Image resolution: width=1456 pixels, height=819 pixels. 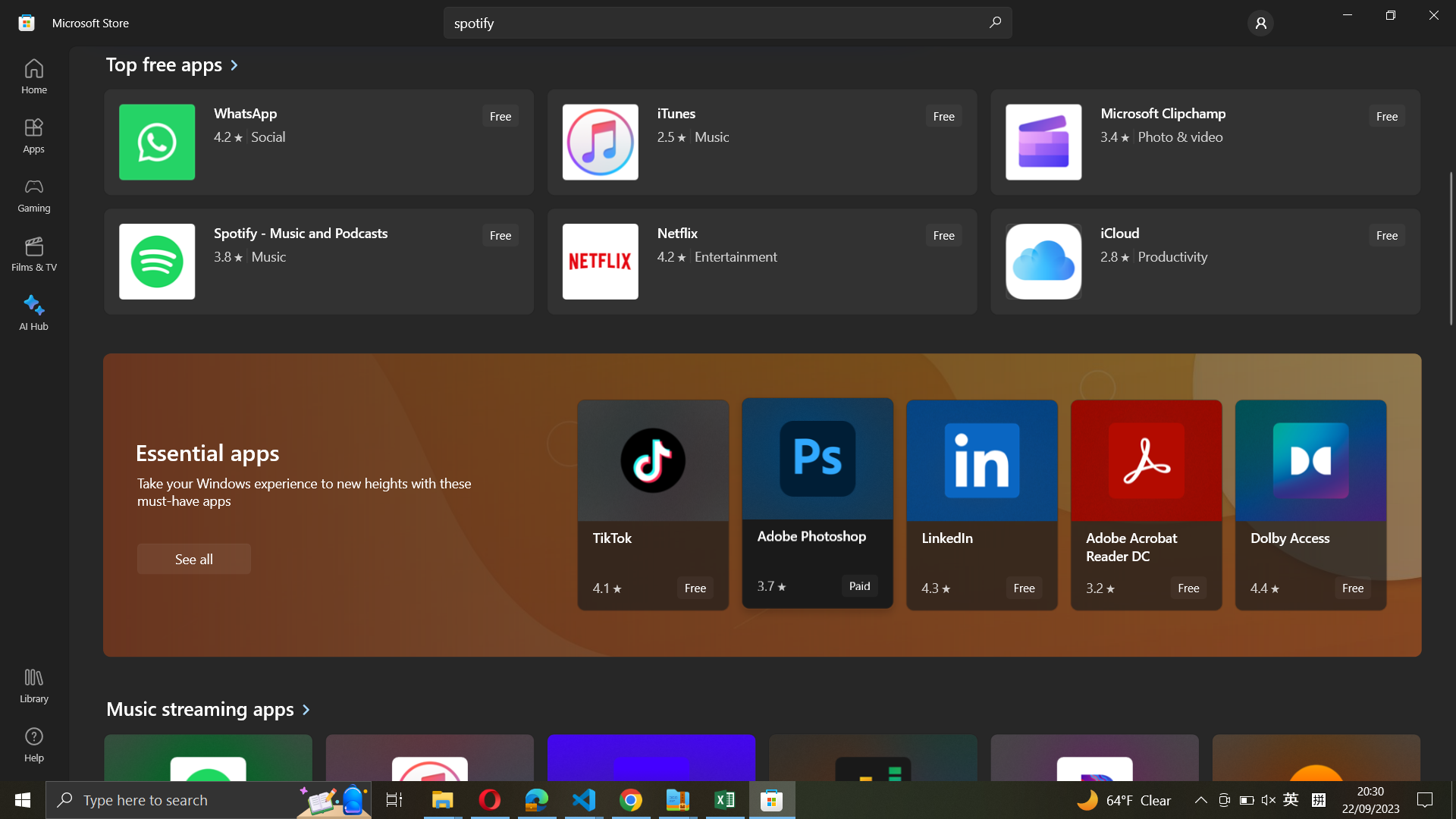 What do you see at coordinates (1310, 505) in the screenshot?
I see `Dolby Access application` at bounding box center [1310, 505].